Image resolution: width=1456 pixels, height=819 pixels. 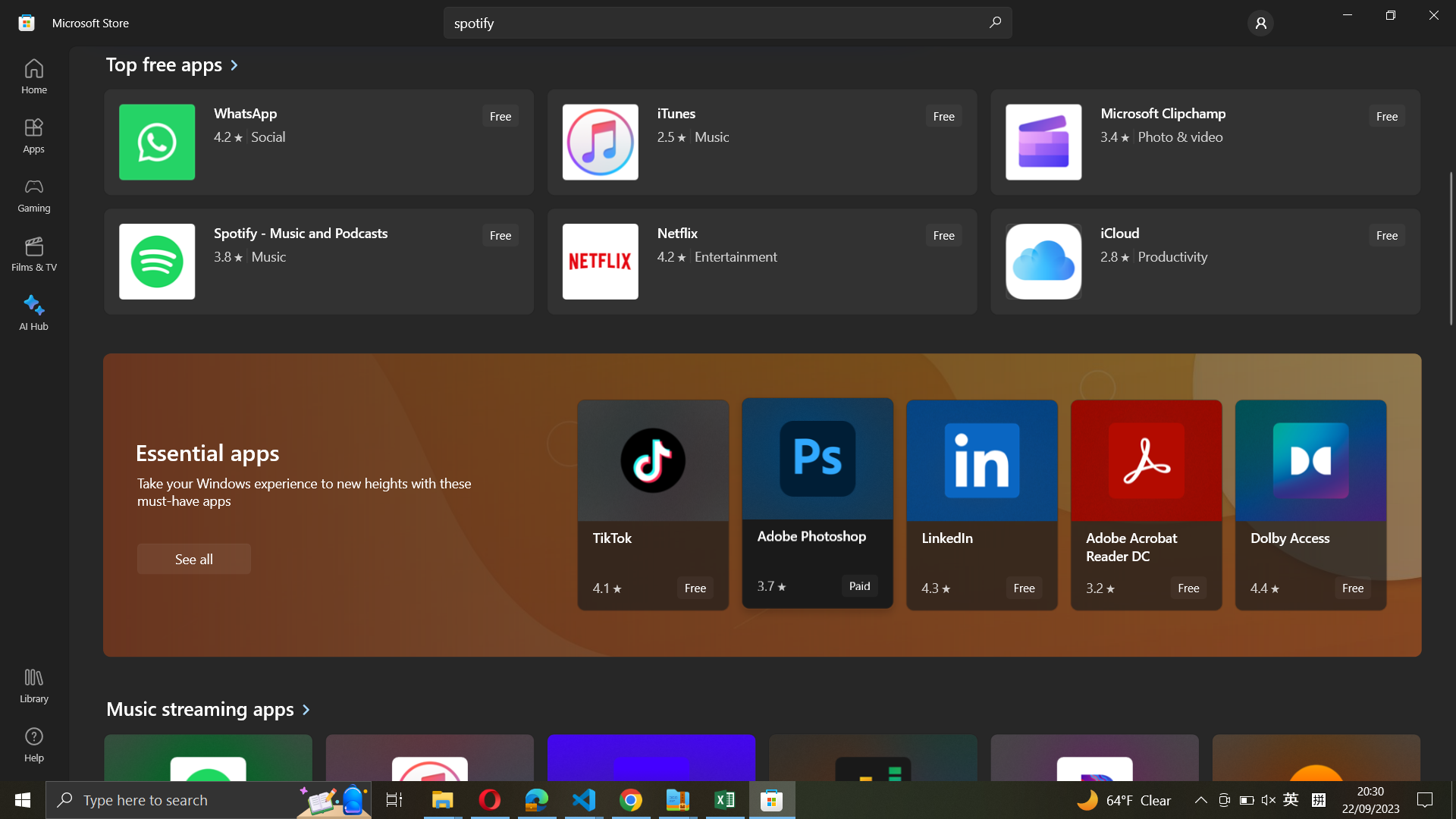 What do you see at coordinates (1310, 505) in the screenshot?
I see `Dolby Access application` at bounding box center [1310, 505].